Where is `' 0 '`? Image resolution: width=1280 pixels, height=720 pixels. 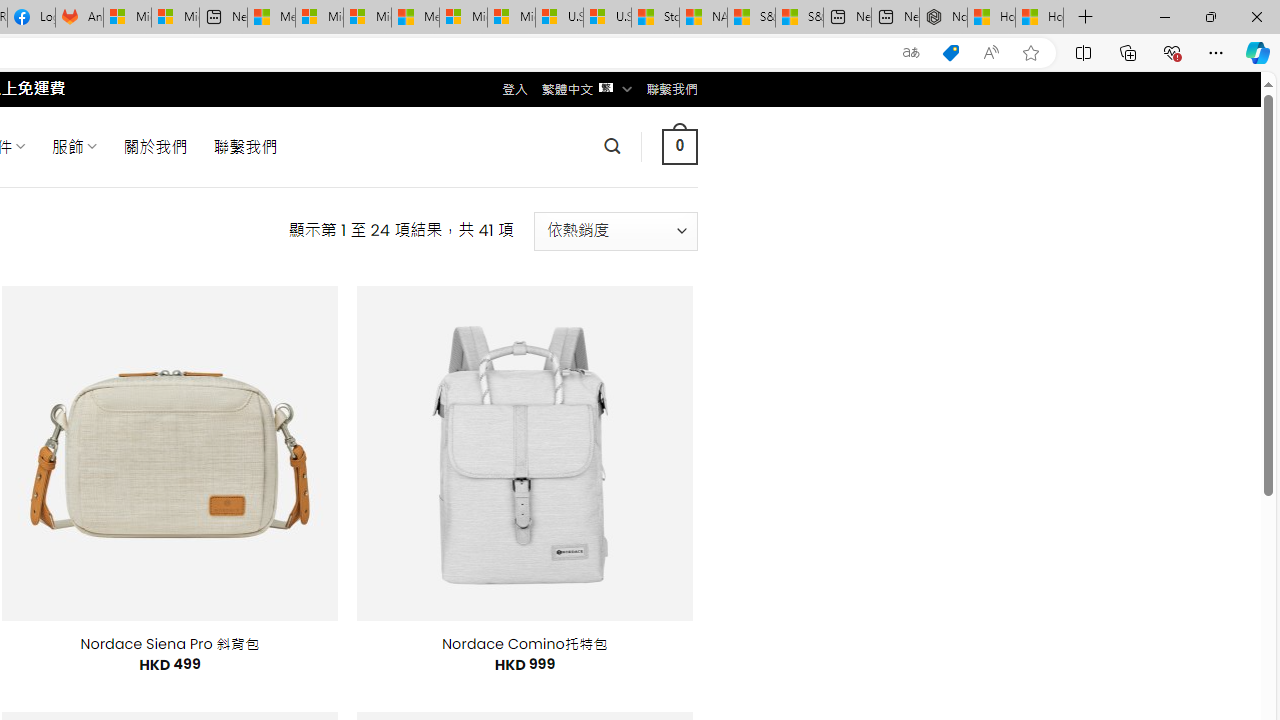 ' 0 ' is located at coordinates (679, 145).